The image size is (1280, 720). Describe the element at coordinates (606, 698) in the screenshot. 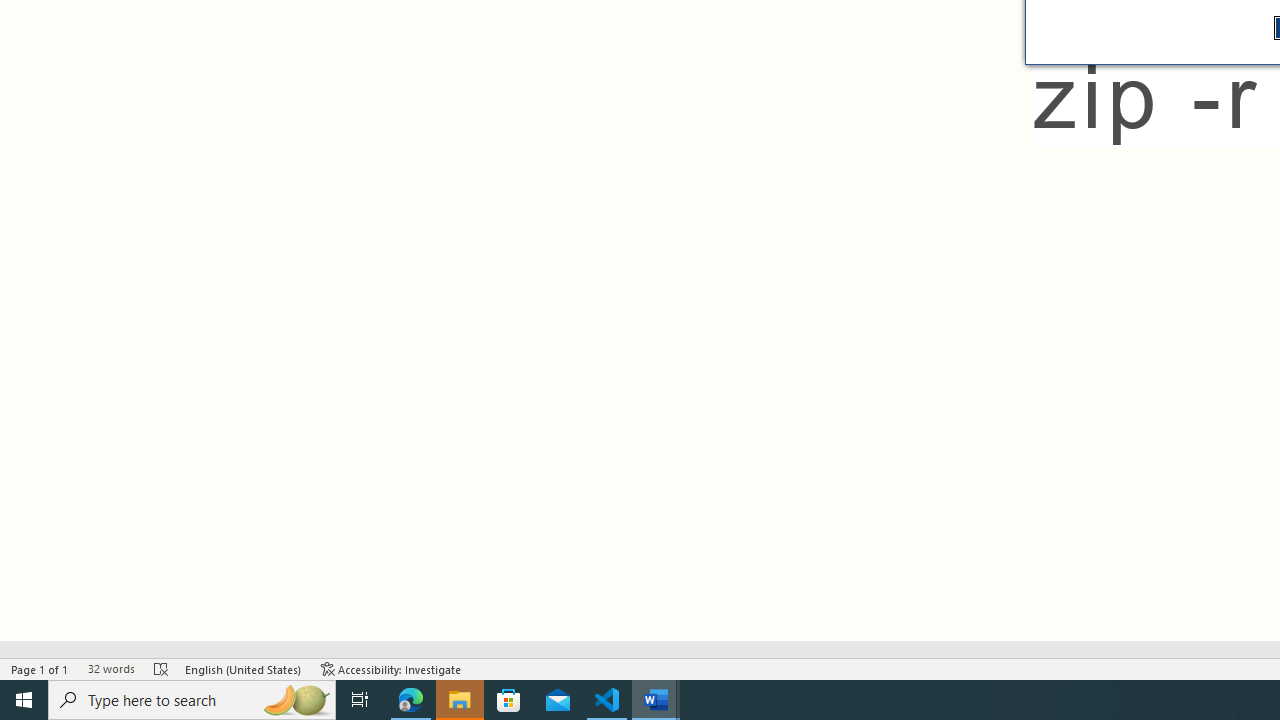

I see `'Visual Studio Code - 1 running window'` at that location.